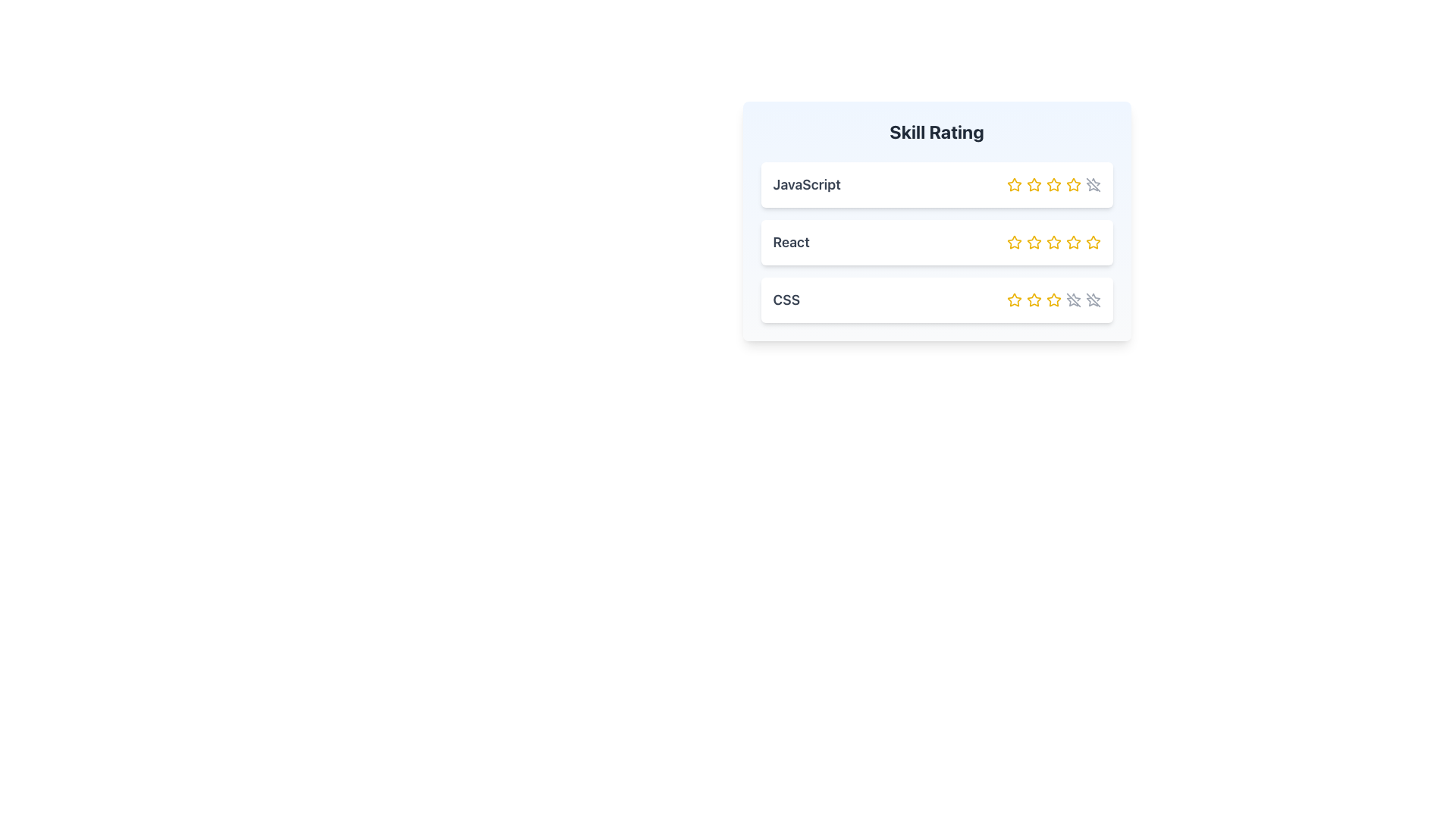 The image size is (1456, 819). I want to click on the third yellow star icon in the 'CSS' row of the skill rating section, so click(1053, 300).